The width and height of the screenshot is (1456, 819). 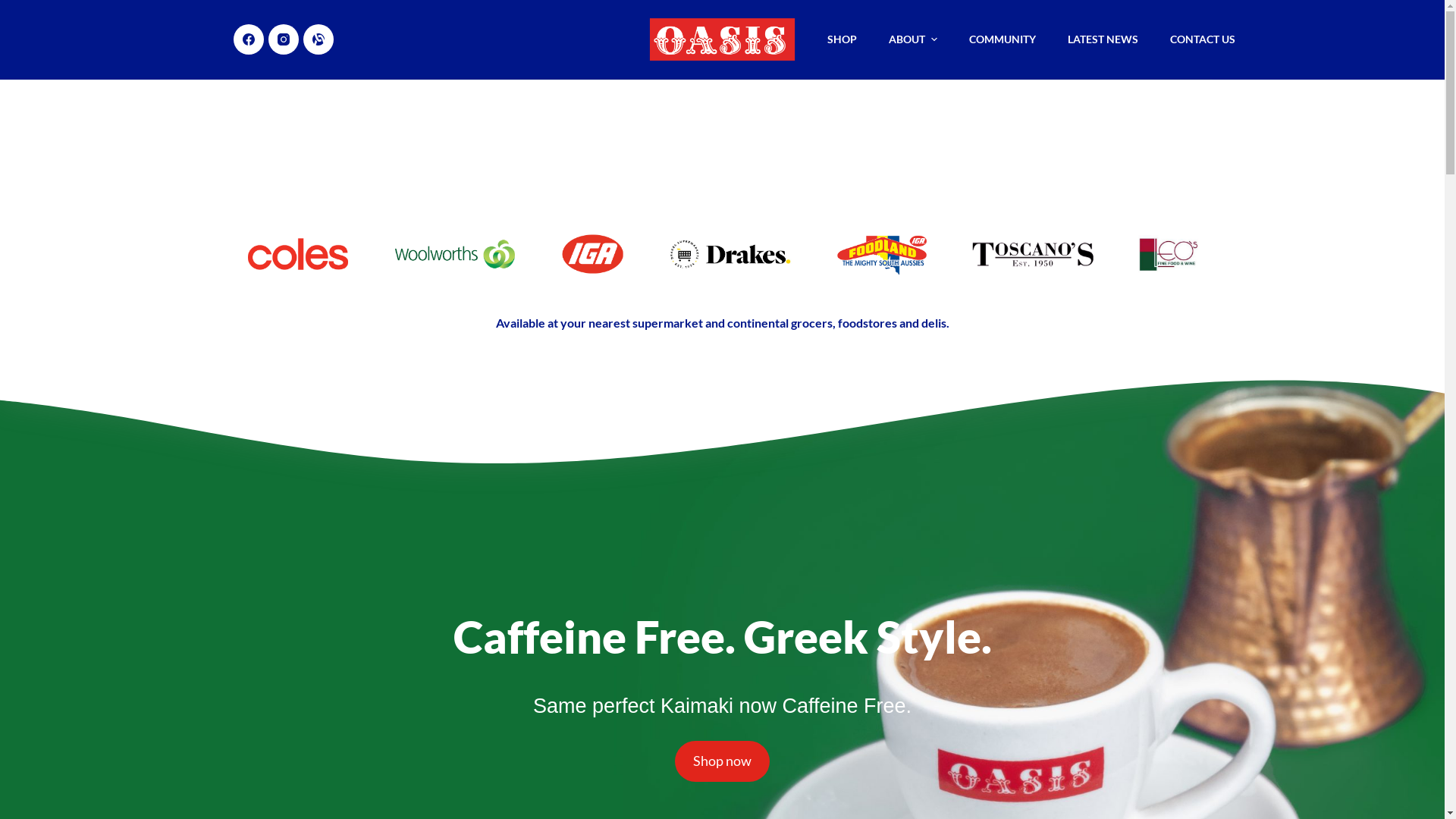 What do you see at coordinates (912, 38) in the screenshot?
I see `'ABOUT'` at bounding box center [912, 38].